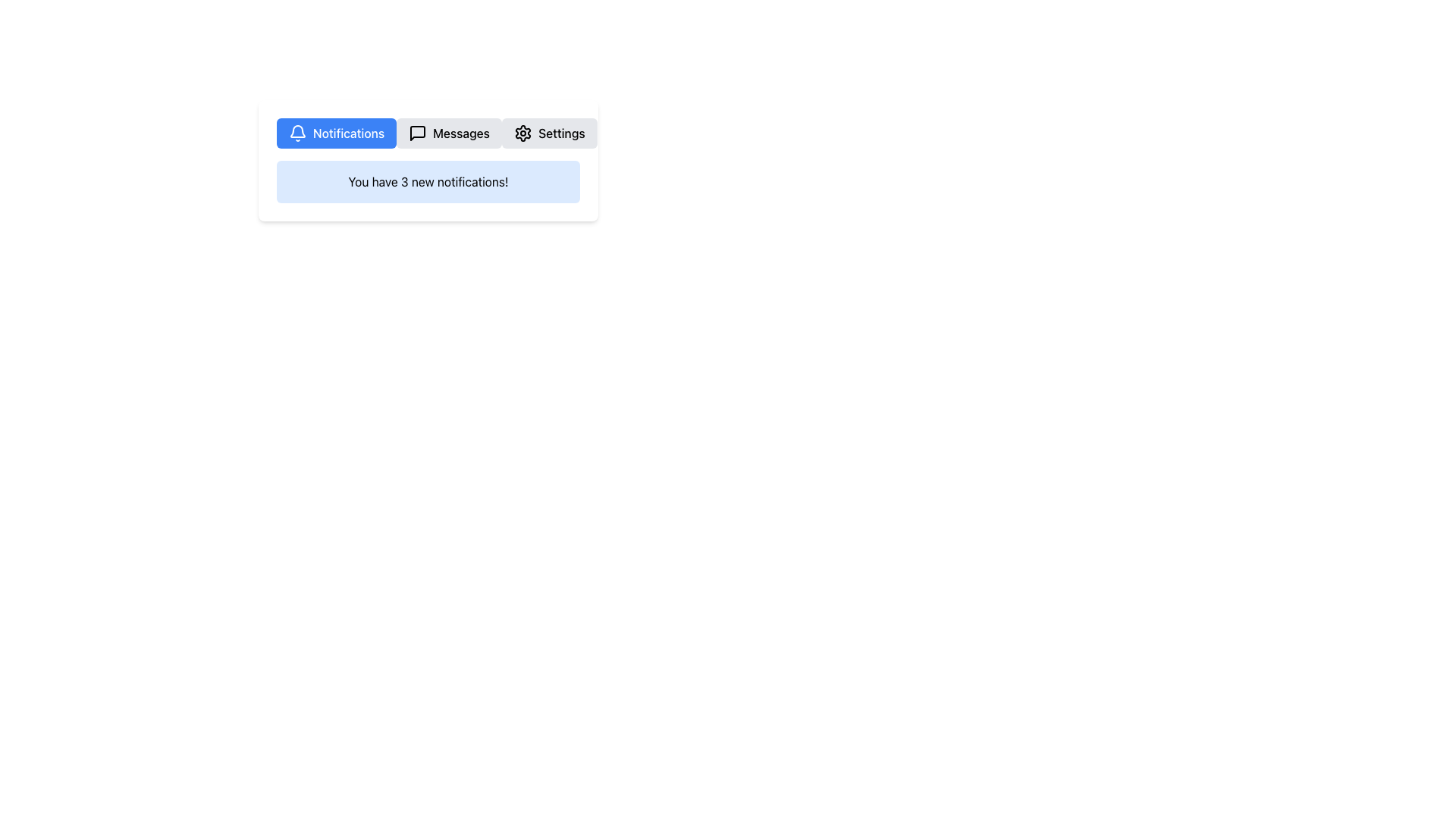 Image resolution: width=1456 pixels, height=819 pixels. Describe the element at coordinates (418, 133) in the screenshot. I see `the 'Messages' icon on the navigation bar` at that location.